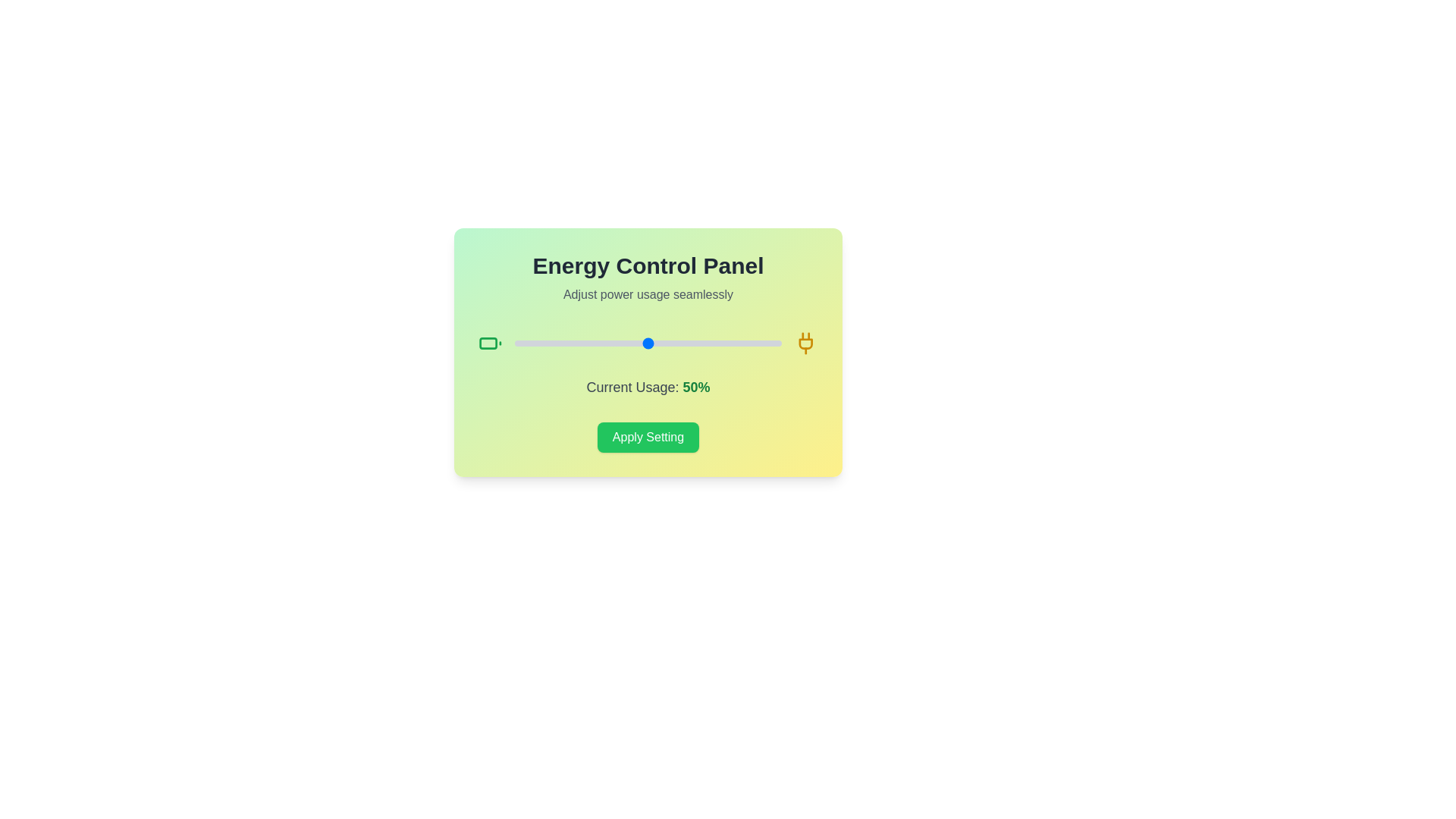 The width and height of the screenshot is (1456, 819). What do you see at coordinates (546, 343) in the screenshot?
I see `the current usage` at bounding box center [546, 343].